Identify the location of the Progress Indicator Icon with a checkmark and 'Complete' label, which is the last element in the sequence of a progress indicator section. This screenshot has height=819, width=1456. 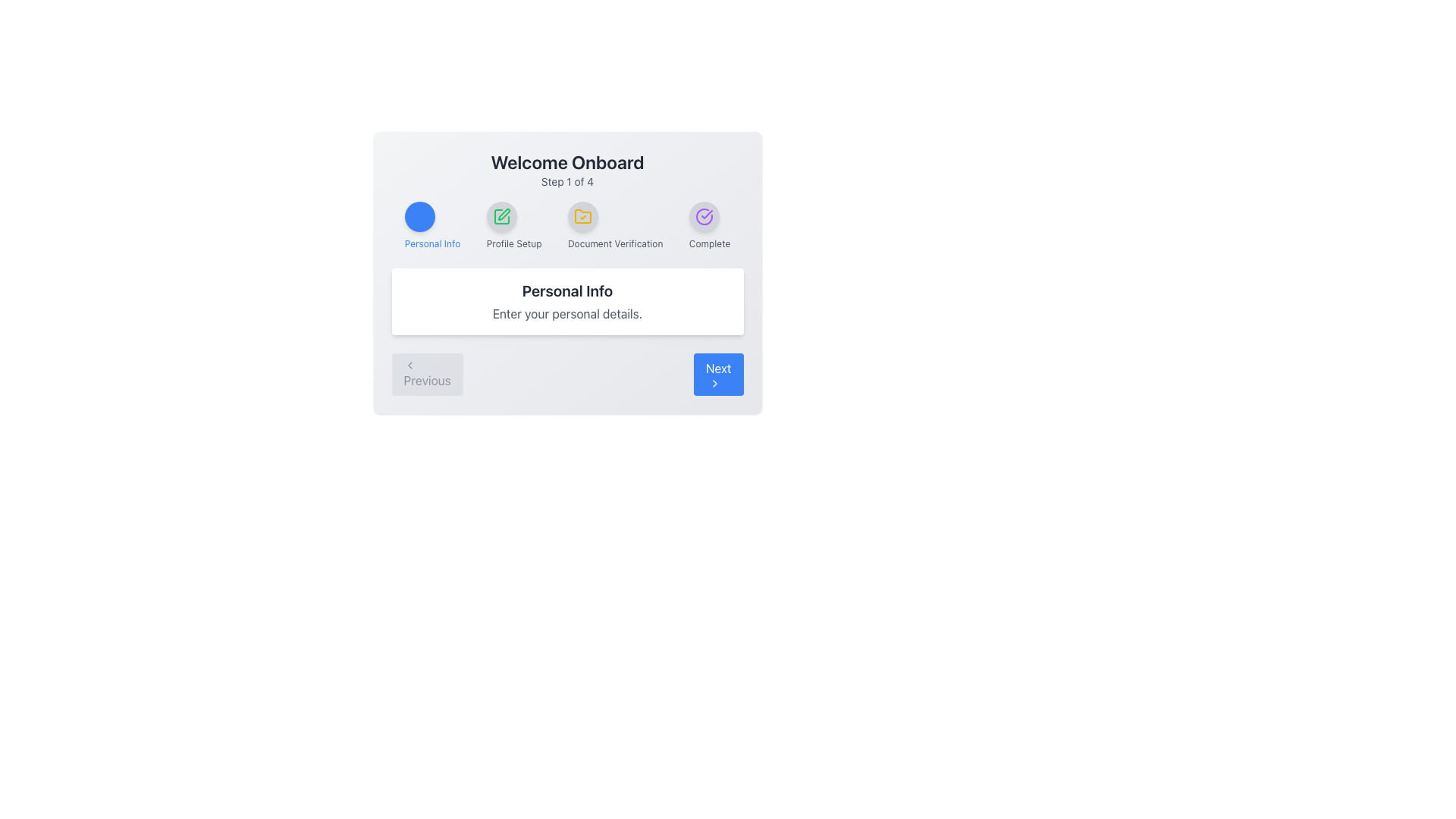
(709, 225).